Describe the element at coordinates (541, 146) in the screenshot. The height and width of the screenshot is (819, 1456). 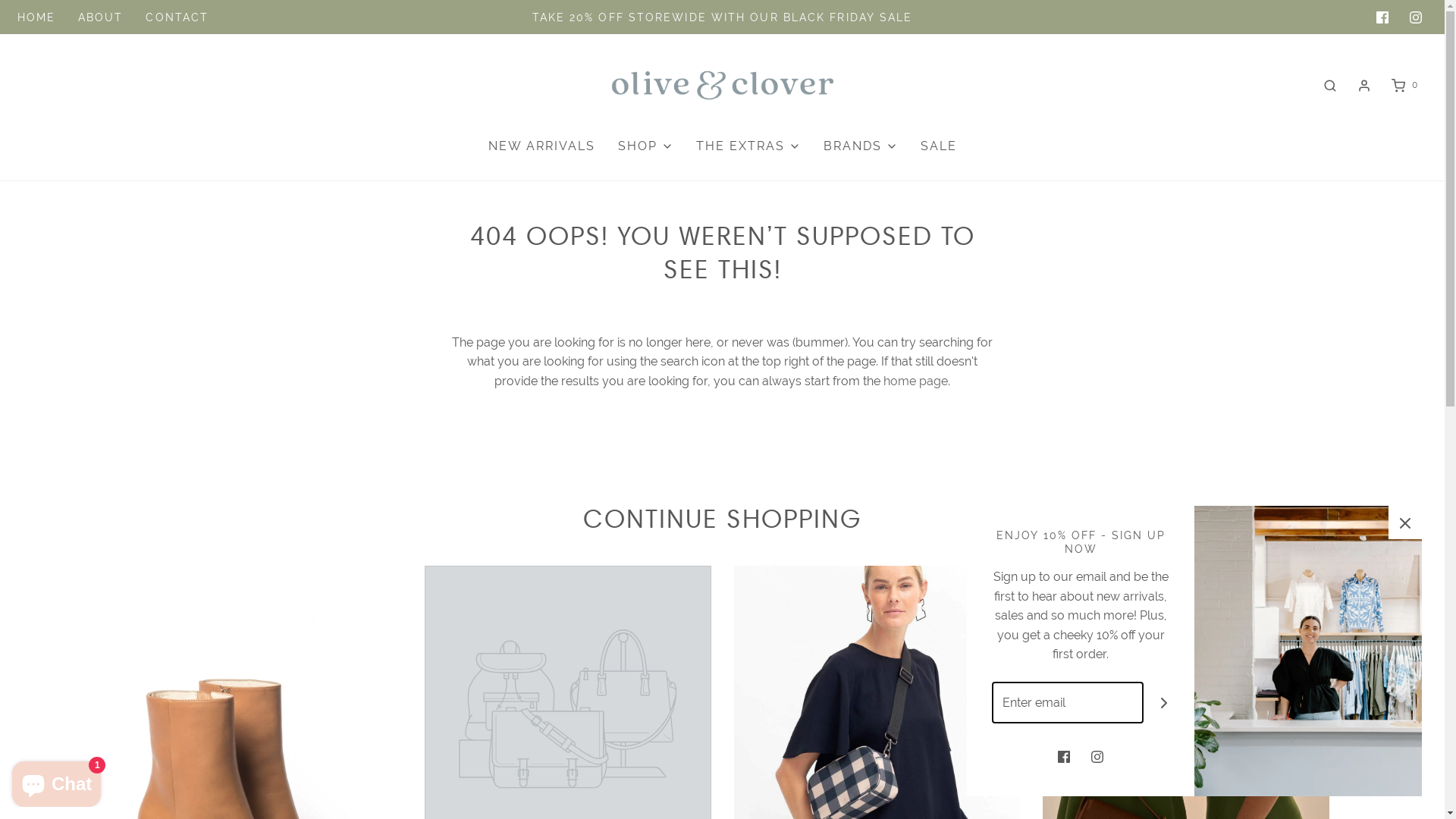
I see `'NEW ARRIVALS'` at that location.